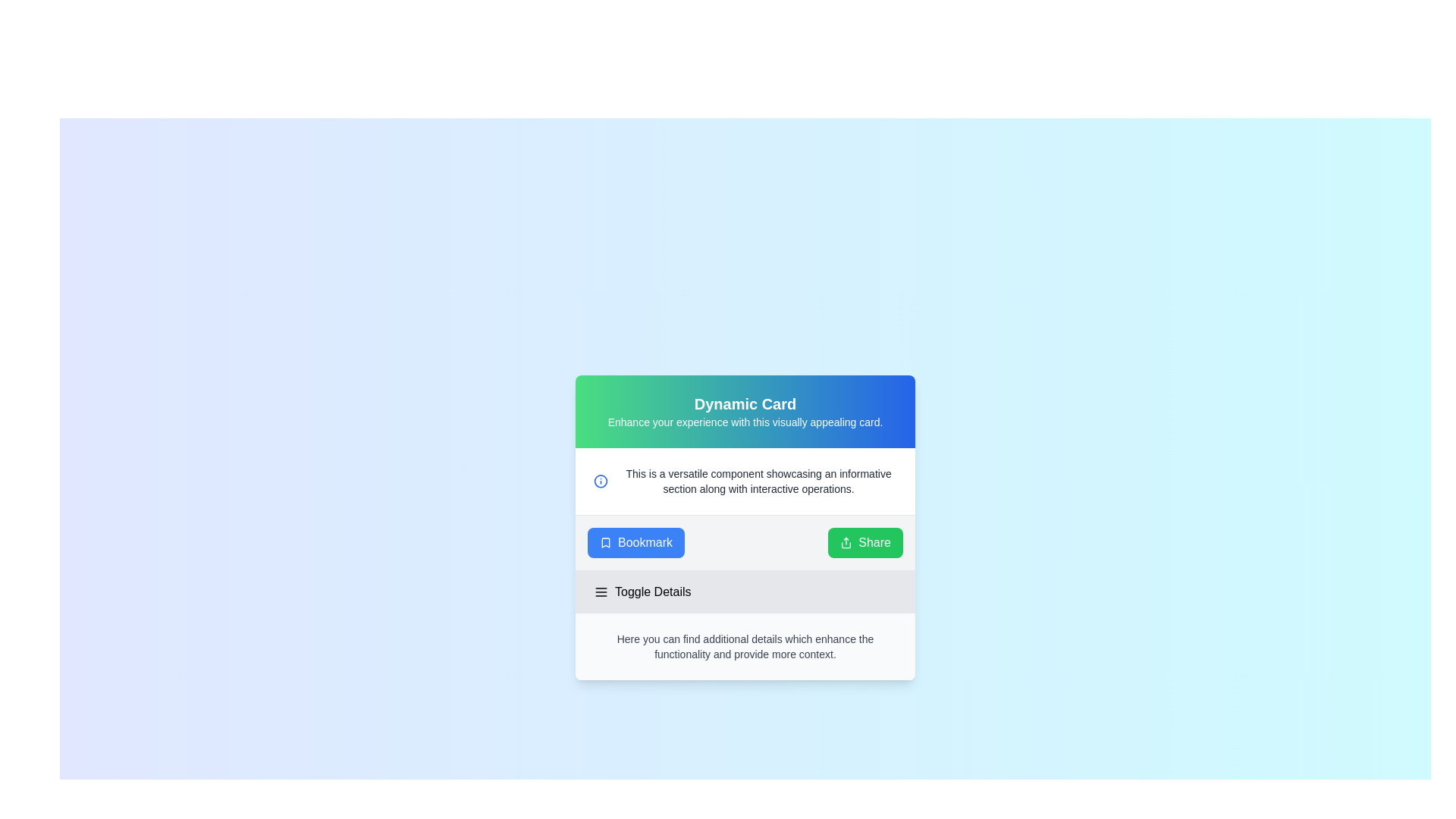 The image size is (1456, 819). I want to click on the 'Toggle Details' section located at the bottom of the 'Dynamic Card', below the 'Bookmark' and 'Share' buttons, so click(745, 625).